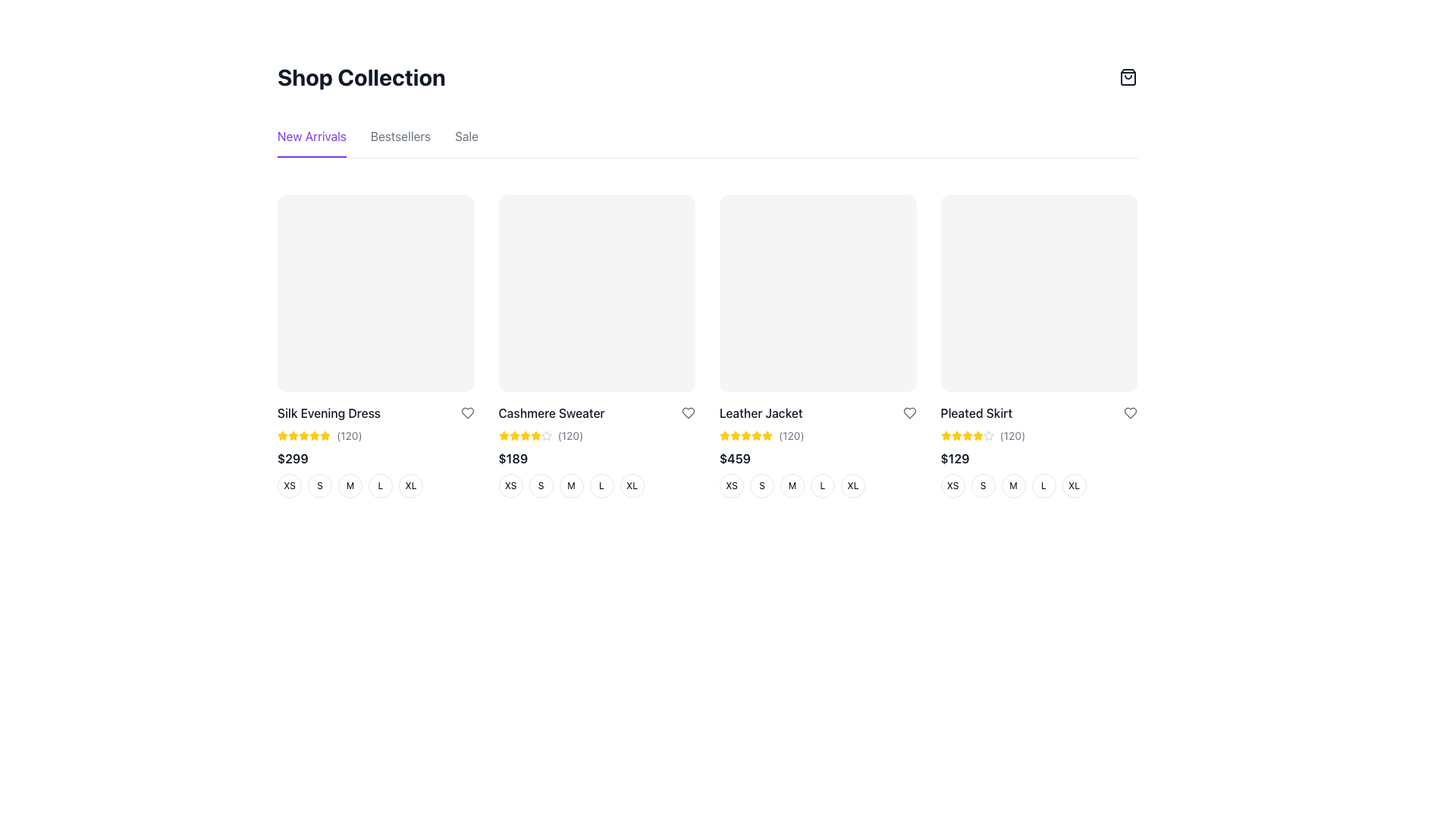 The height and width of the screenshot is (819, 1456). I want to click on the first star icon in the rating set for the 'Silk Evening Dress' product under the 'New Arrivals' category, so click(283, 435).